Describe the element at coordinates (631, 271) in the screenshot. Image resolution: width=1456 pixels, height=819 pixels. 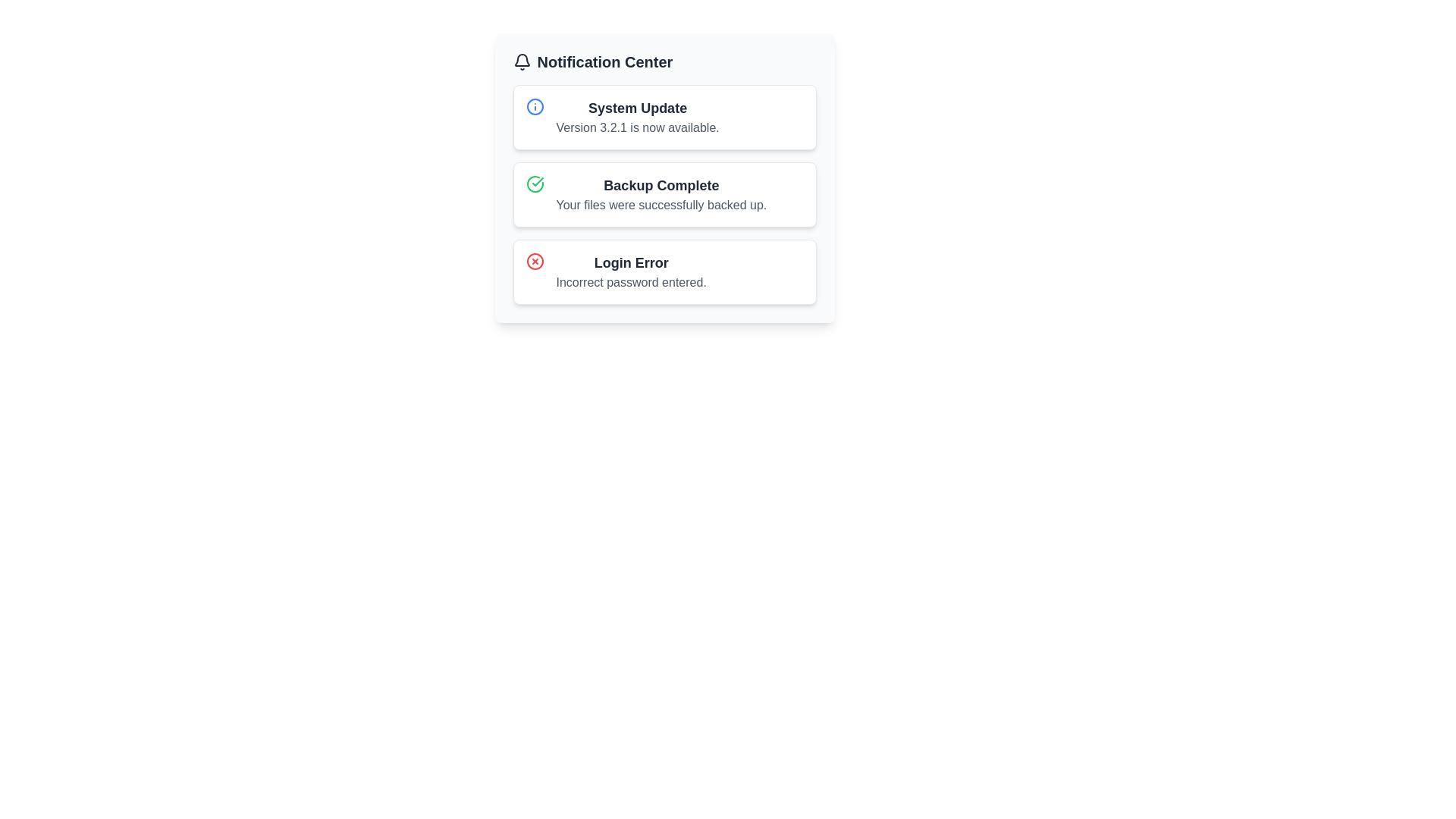
I see `notification content displayed in the text block indicating a failed login attempt, which is positioned below the 'Backup Complete' notification in the vertical list` at that location.